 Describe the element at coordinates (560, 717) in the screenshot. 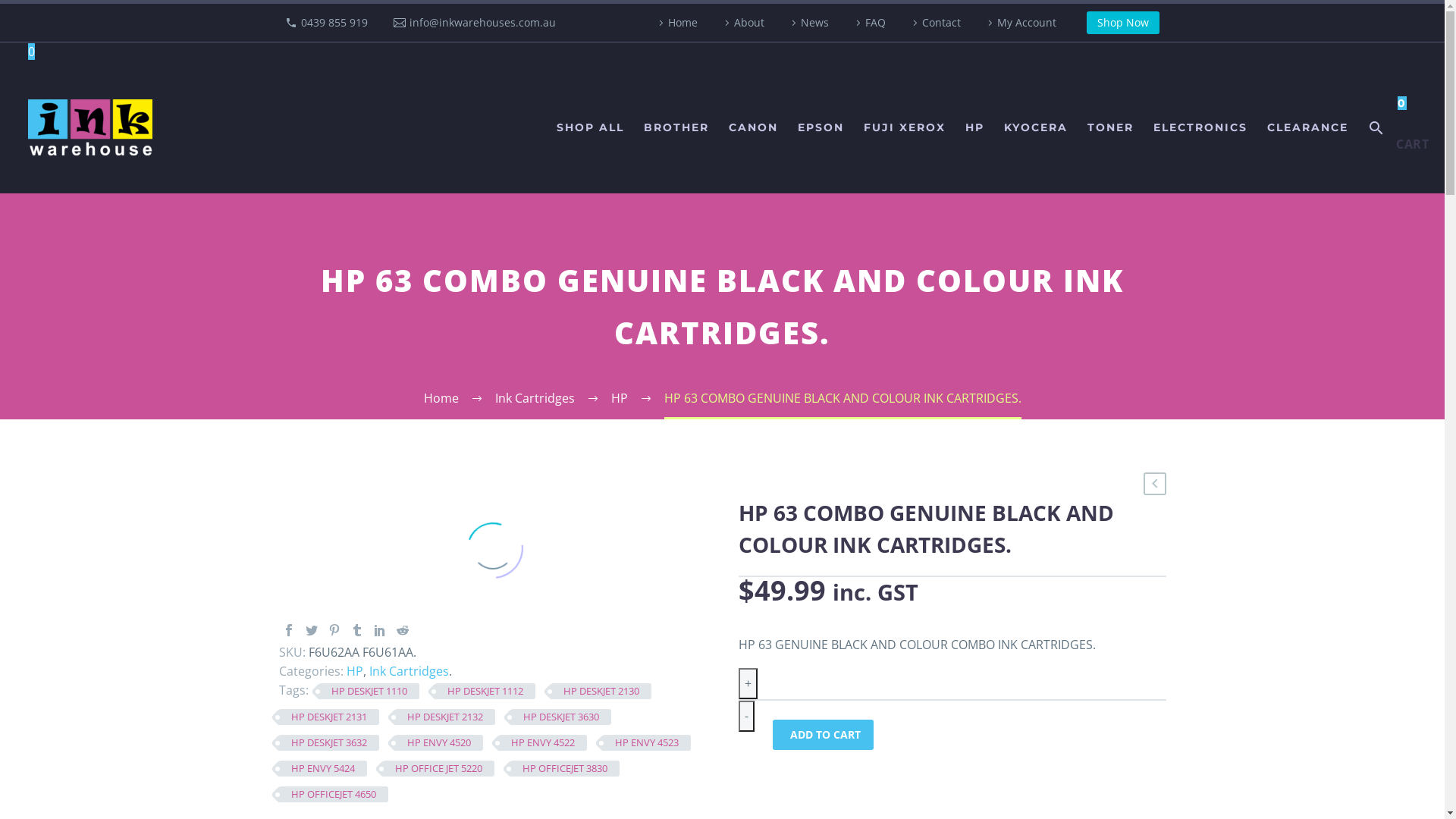

I see `'HP DESKJET 3630'` at that location.